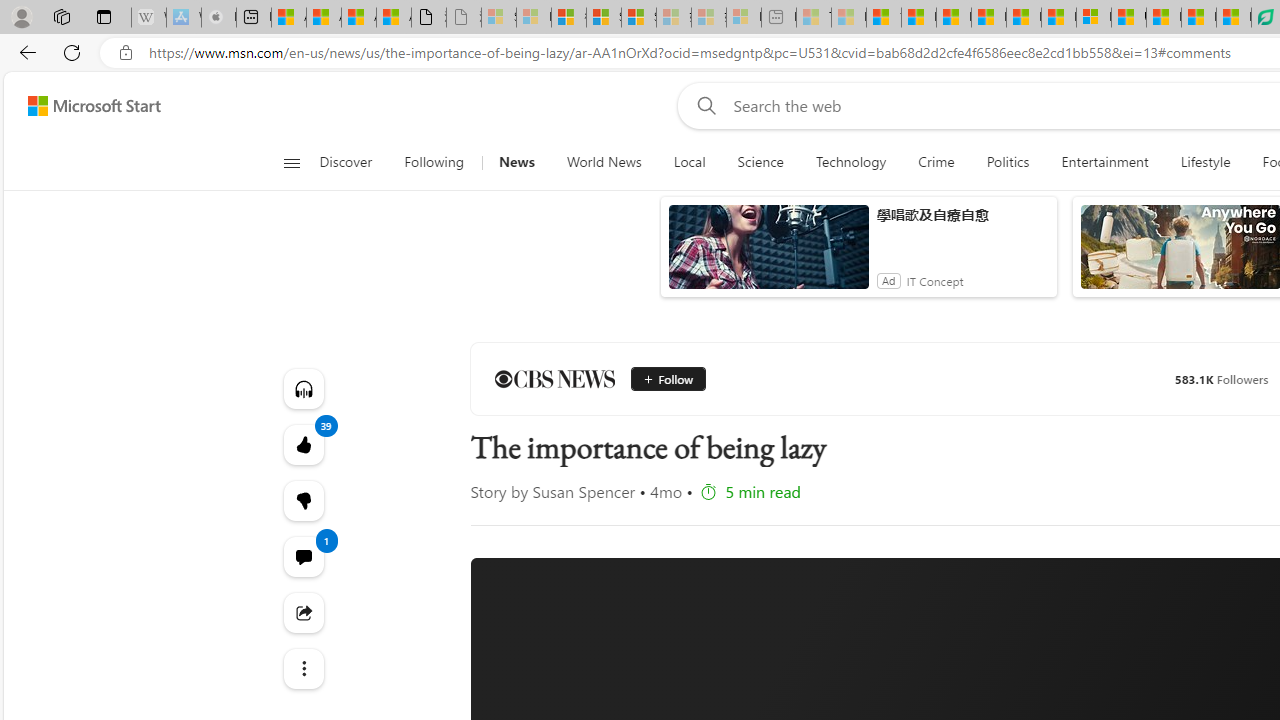  I want to click on 'Listen to this article', so click(302, 388).